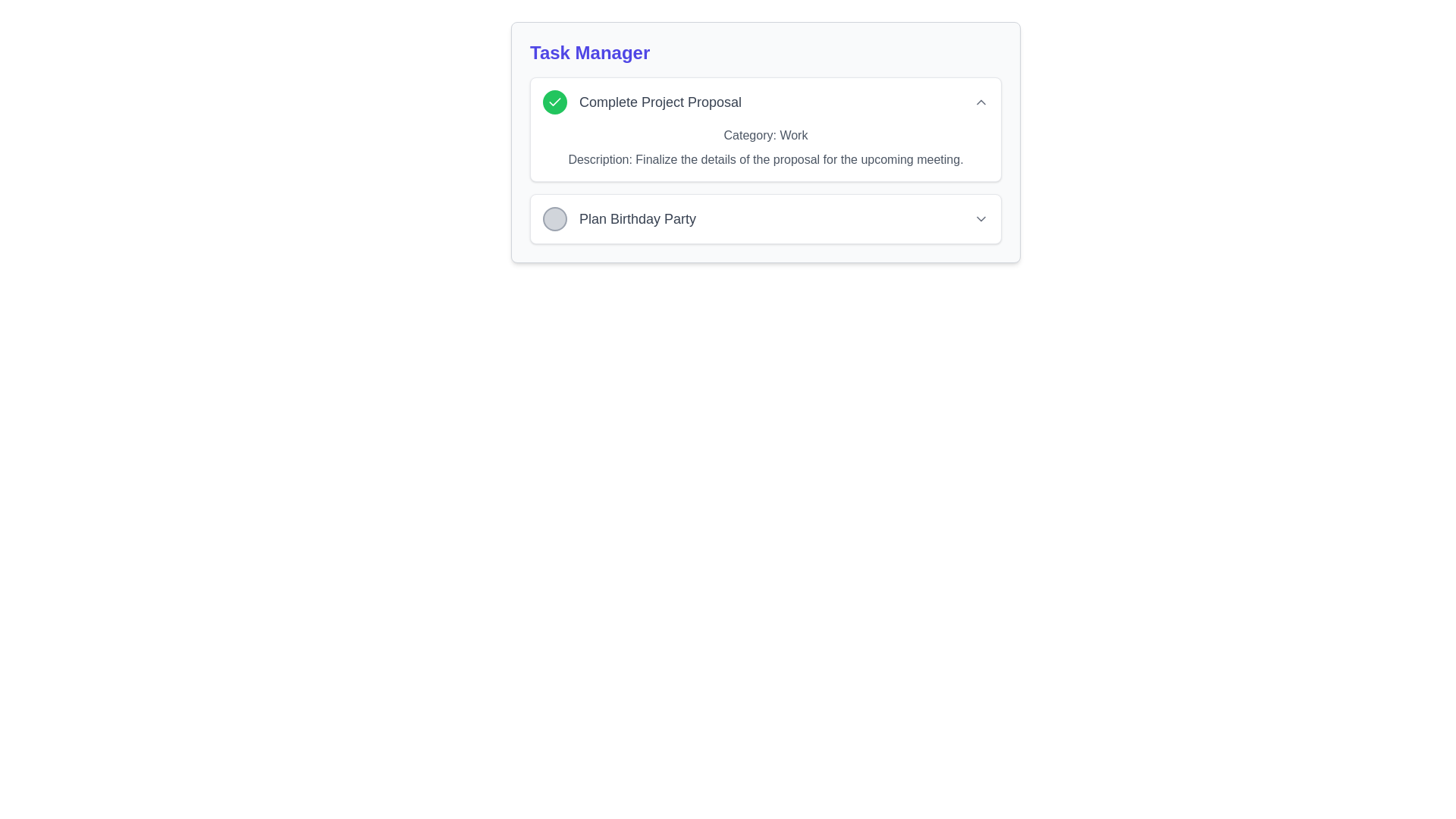 Image resolution: width=1456 pixels, height=819 pixels. What do you see at coordinates (981, 102) in the screenshot?
I see `the clickable icon at the far-right of the horizontal bar displaying the task title 'Complete Project Proposal' to change its color` at bounding box center [981, 102].